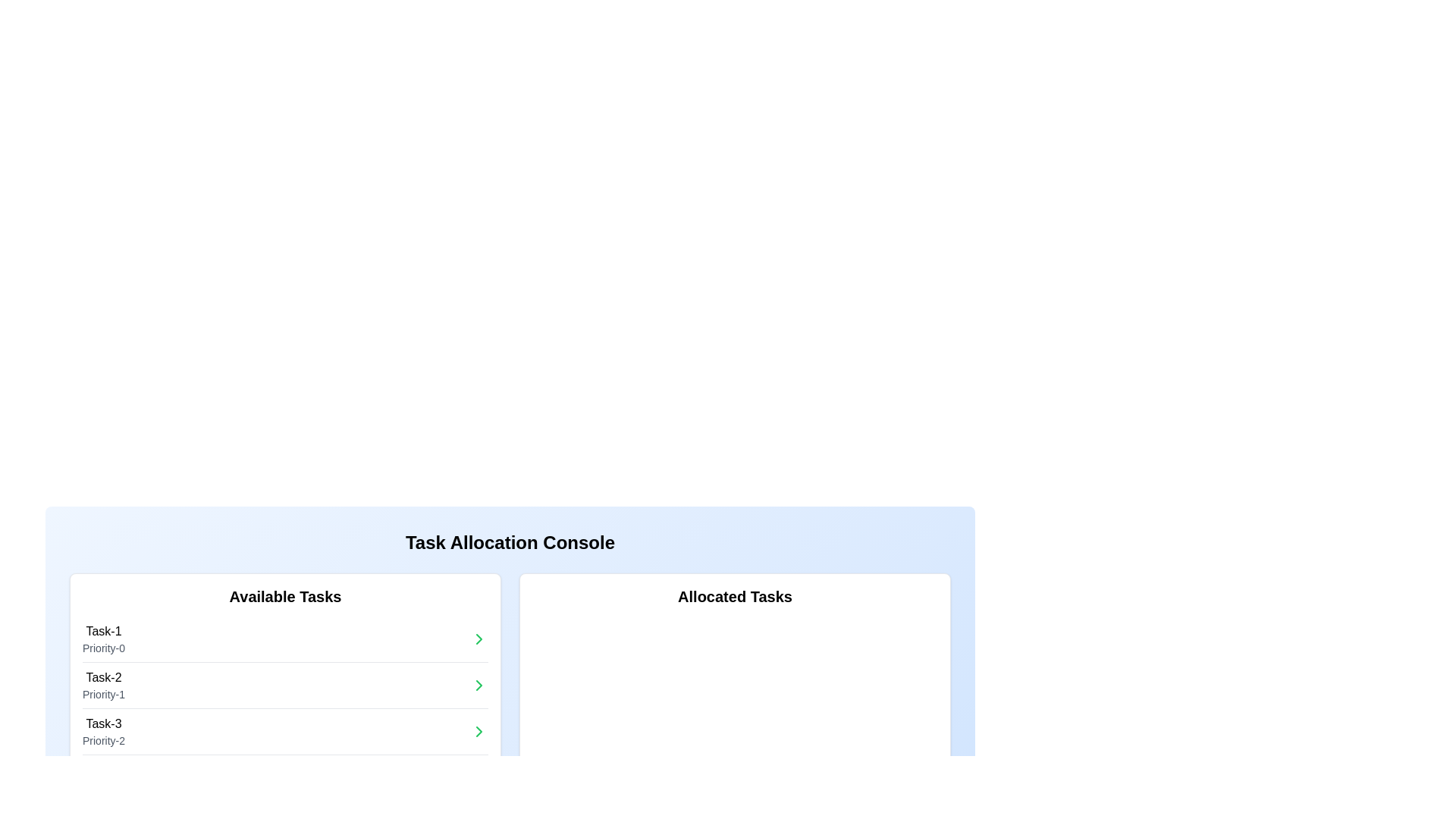 The height and width of the screenshot is (819, 1456). Describe the element at coordinates (479, 730) in the screenshot. I see `the Chevron Icon Button, the third item in the vertical list within the 'Available Tasks' column` at that location.